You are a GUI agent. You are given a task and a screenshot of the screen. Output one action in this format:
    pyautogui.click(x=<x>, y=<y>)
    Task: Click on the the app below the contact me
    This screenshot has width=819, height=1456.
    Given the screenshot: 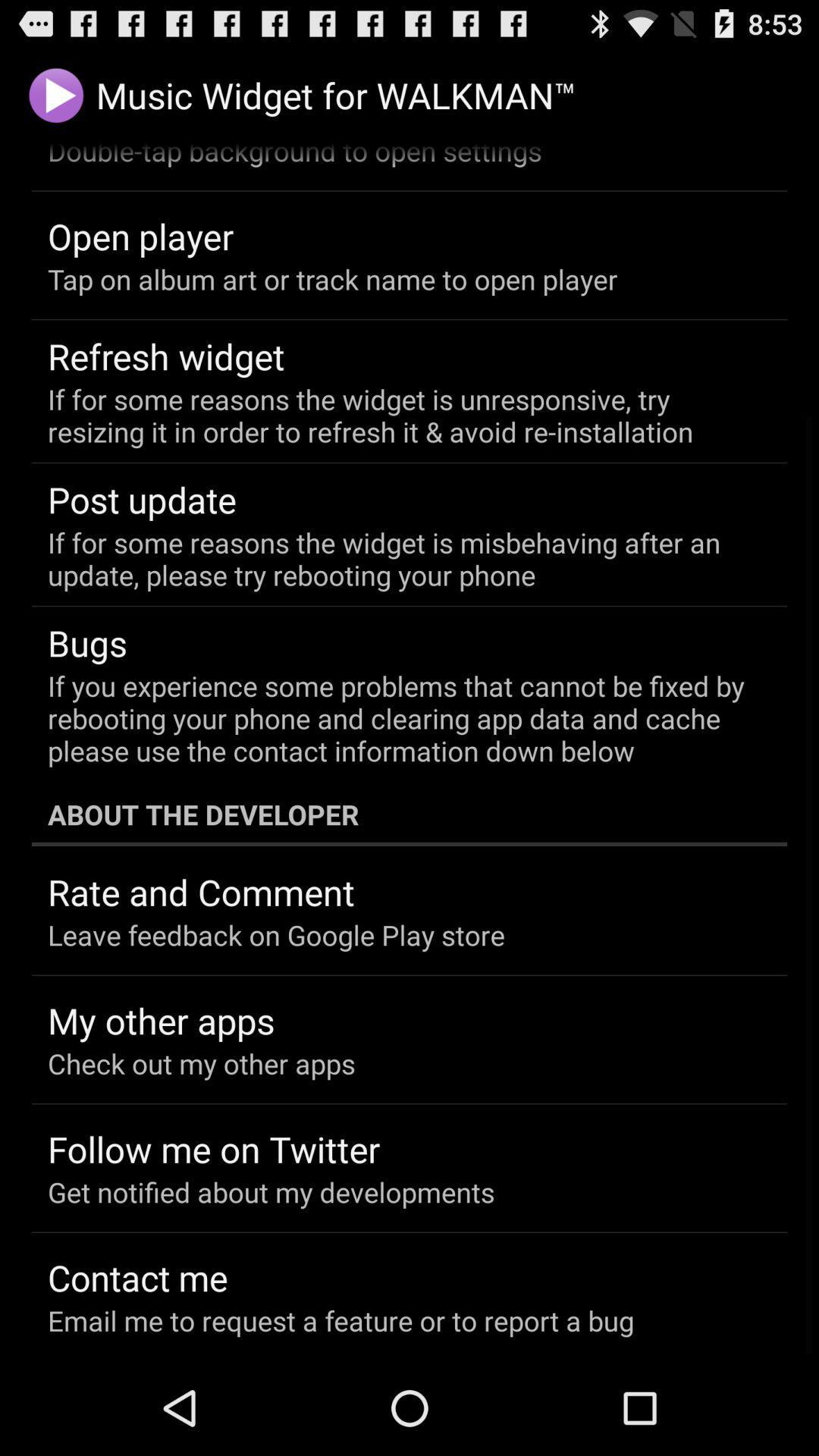 What is the action you would take?
    pyautogui.click(x=340, y=1319)
    